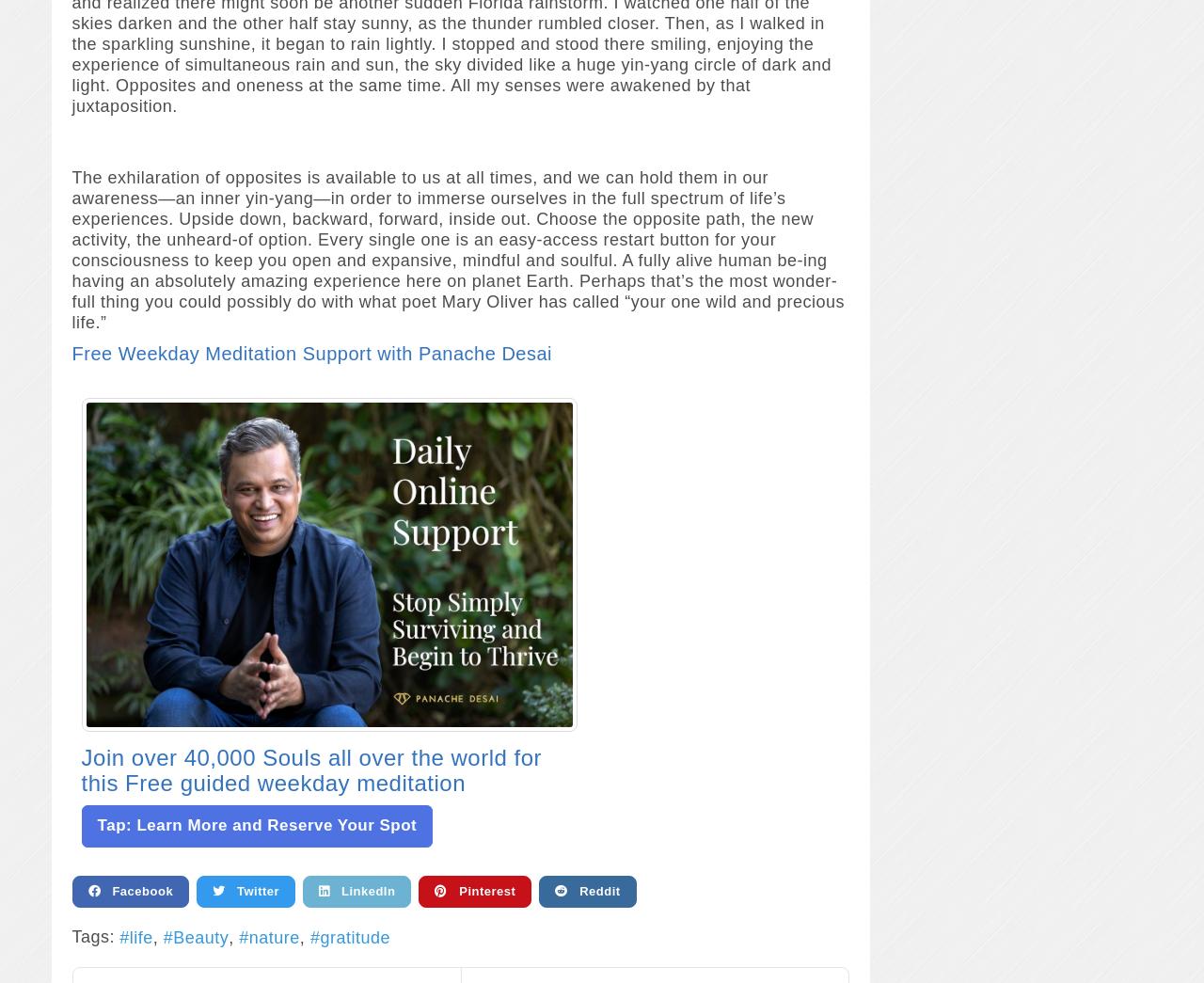  What do you see at coordinates (362, 889) in the screenshot?
I see `'LinkedIn'` at bounding box center [362, 889].